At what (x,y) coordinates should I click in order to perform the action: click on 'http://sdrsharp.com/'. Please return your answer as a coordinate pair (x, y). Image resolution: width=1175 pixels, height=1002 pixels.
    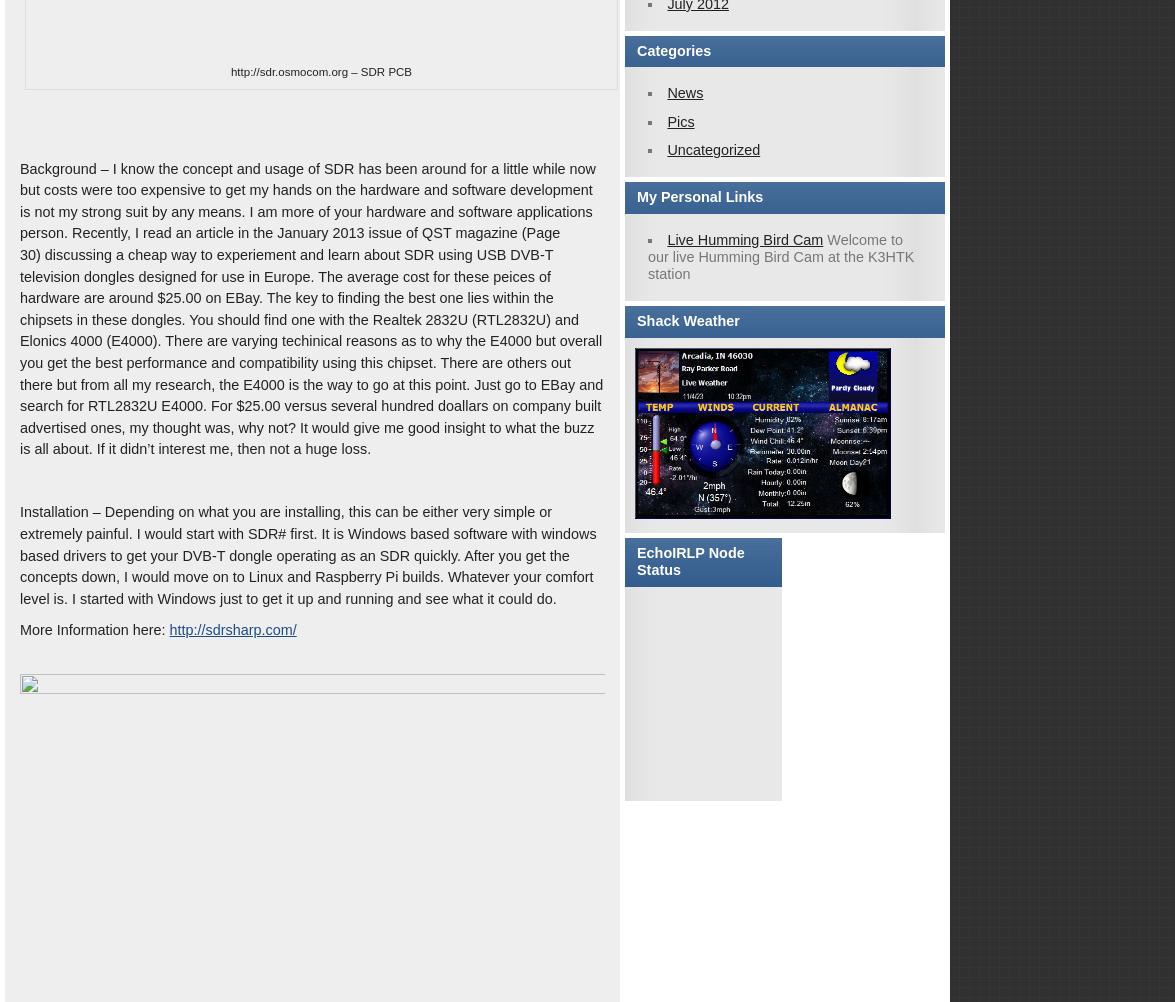
    Looking at the image, I should click on (232, 628).